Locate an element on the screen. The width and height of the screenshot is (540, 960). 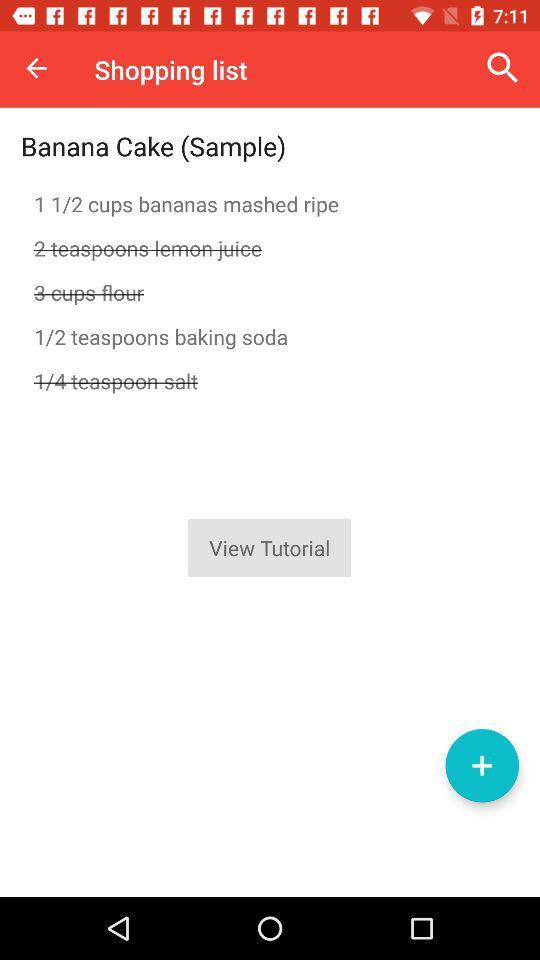
the item next to the shopping list is located at coordinates (502, 68).